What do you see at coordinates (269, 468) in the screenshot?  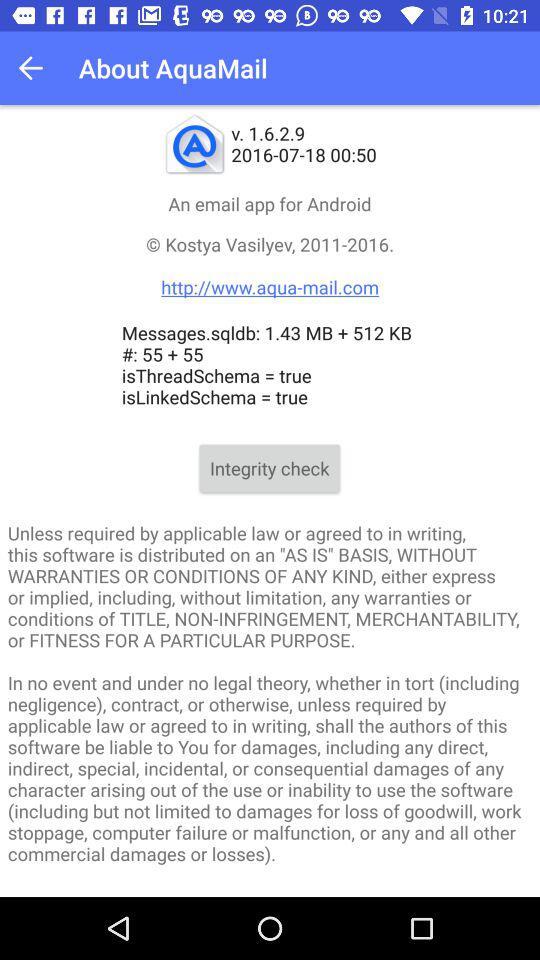 I see `the integrity check item` at bounding box center [269, 468].